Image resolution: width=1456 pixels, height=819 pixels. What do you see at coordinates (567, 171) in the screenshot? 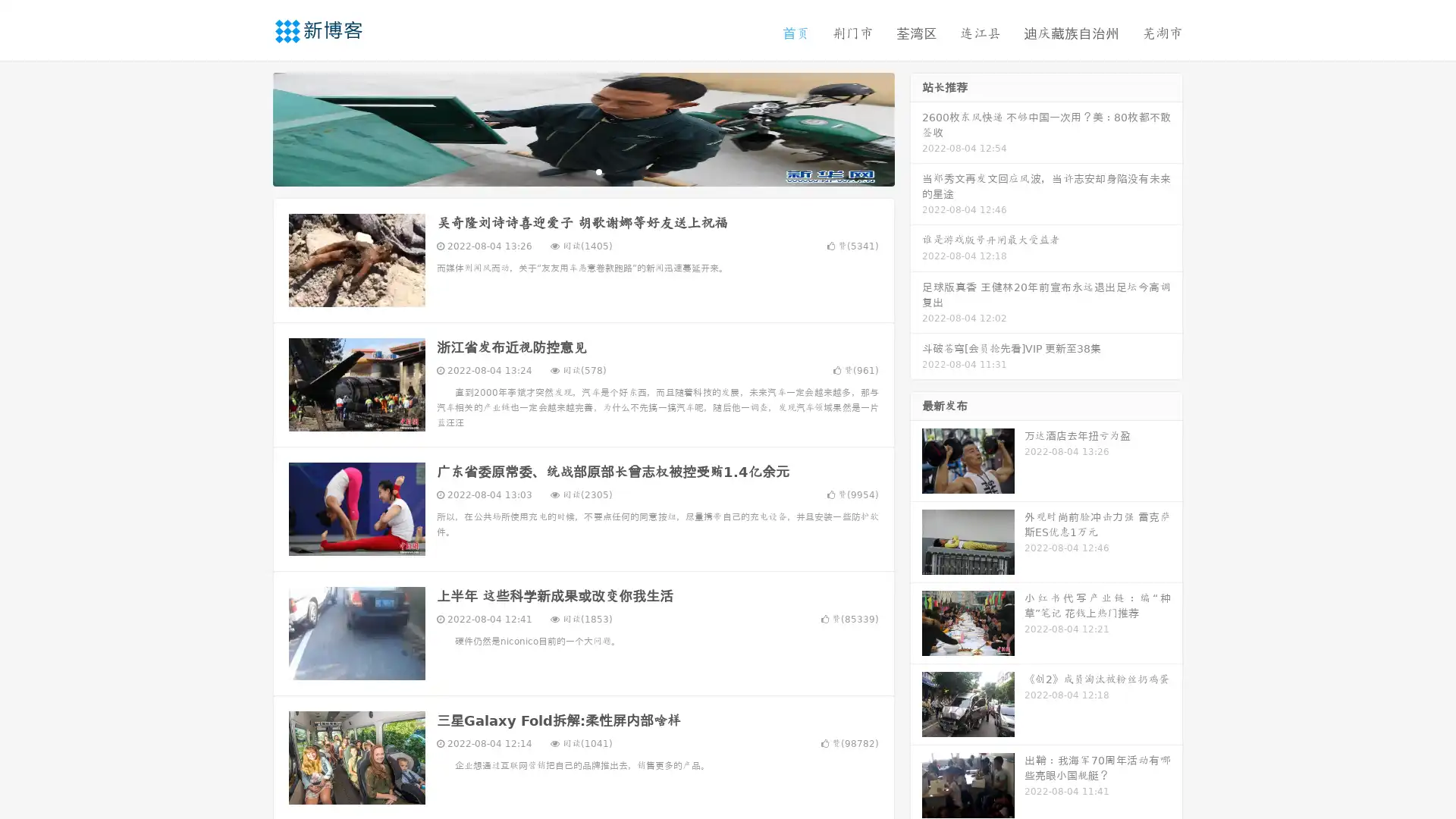
I see `Go to slide 1` at bounding box center [567, 171].